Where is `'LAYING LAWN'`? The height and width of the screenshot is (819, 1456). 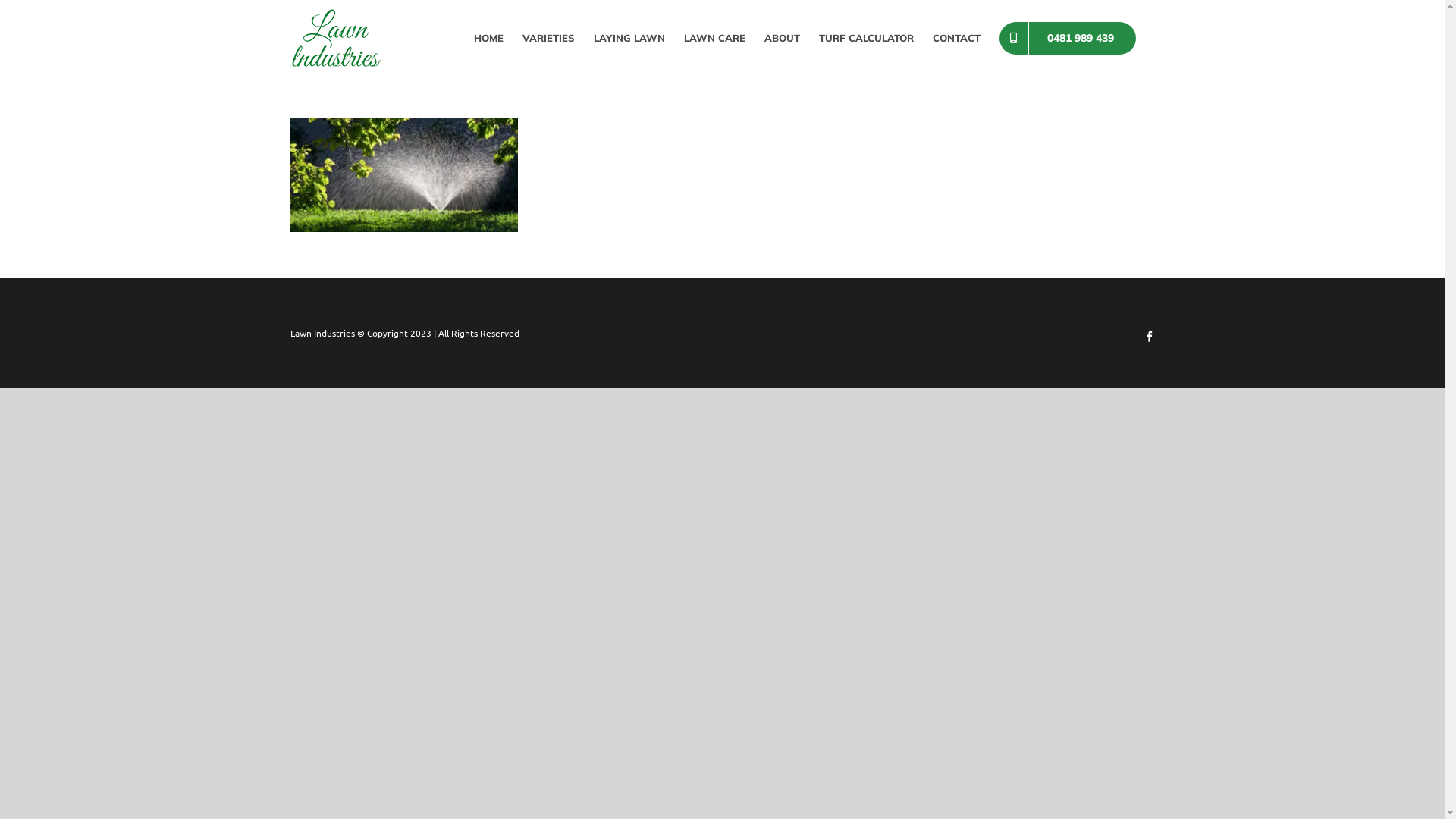 'LAYING LAWN' is located at coordinates (629, 37).